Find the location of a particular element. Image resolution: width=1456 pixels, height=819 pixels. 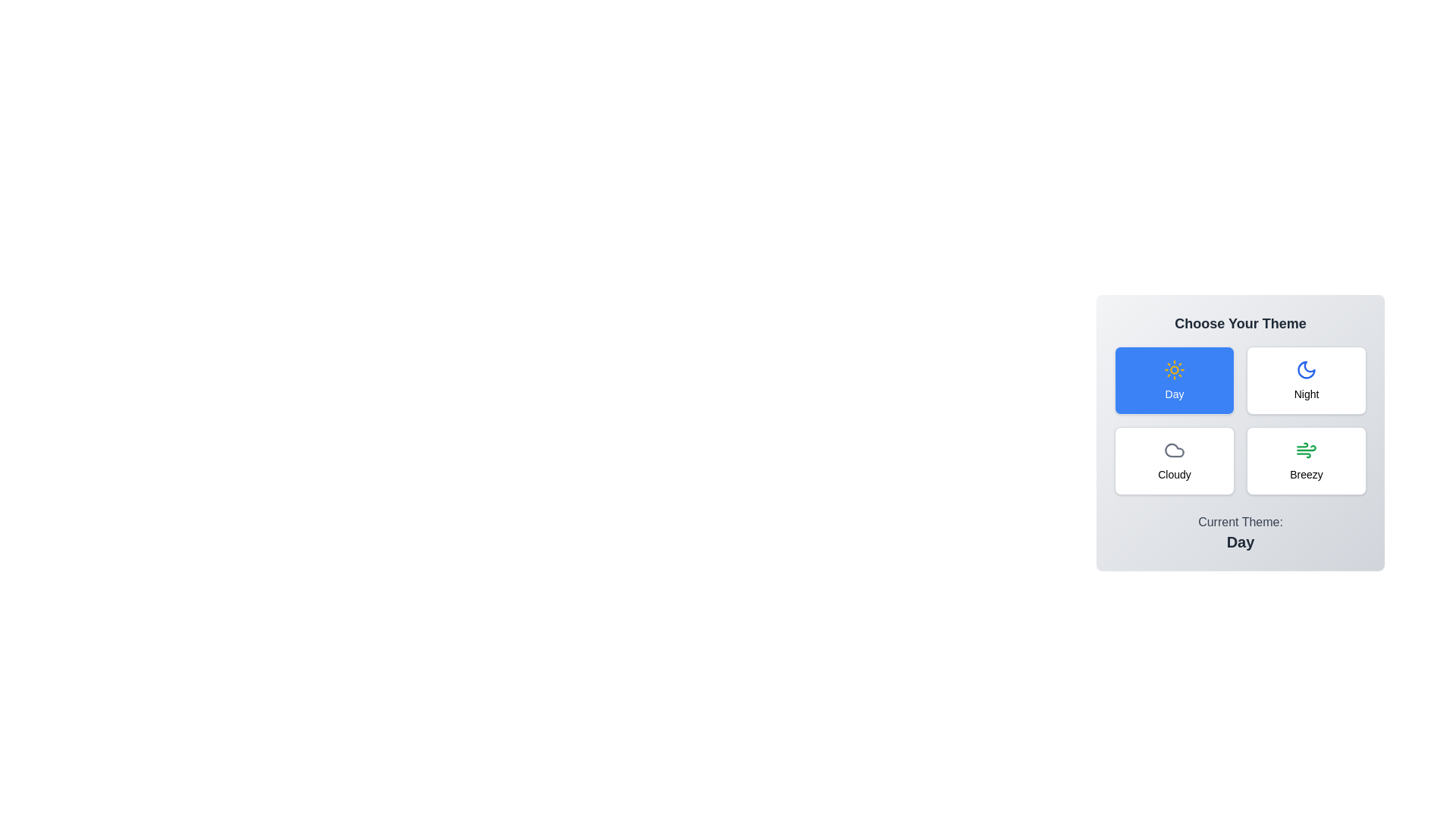

the Cloudy button to observe its hover effect is located at coordinates (1174, 460).